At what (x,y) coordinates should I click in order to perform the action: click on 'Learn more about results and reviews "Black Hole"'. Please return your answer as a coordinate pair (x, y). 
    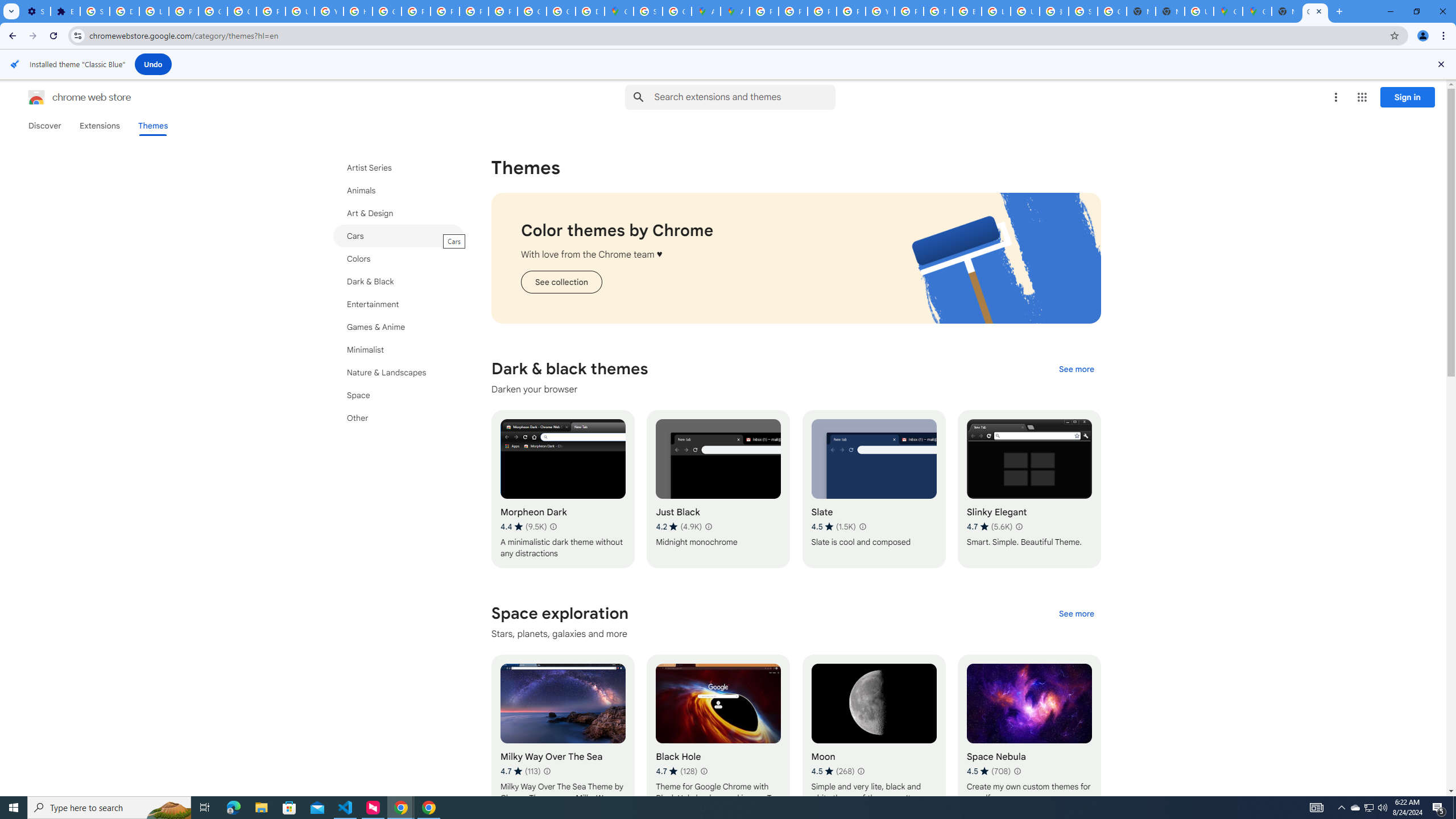
    Looking at the image, I should click on (703, 771).